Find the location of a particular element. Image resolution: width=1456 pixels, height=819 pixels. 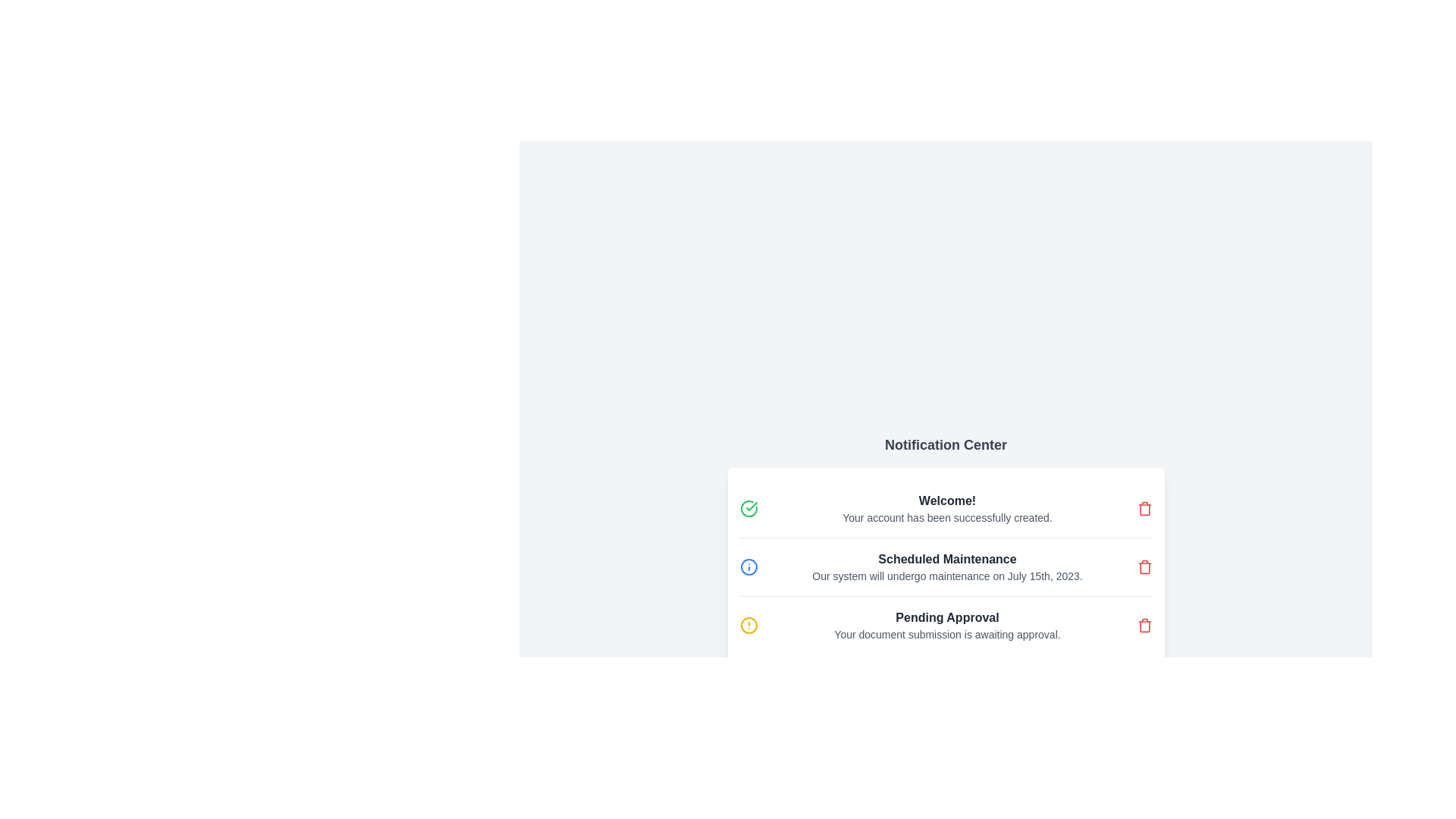

the 'Notification Center' text label, which is bold and prominently displayed at the top of the notification panel is located at coordinates (945, 444).